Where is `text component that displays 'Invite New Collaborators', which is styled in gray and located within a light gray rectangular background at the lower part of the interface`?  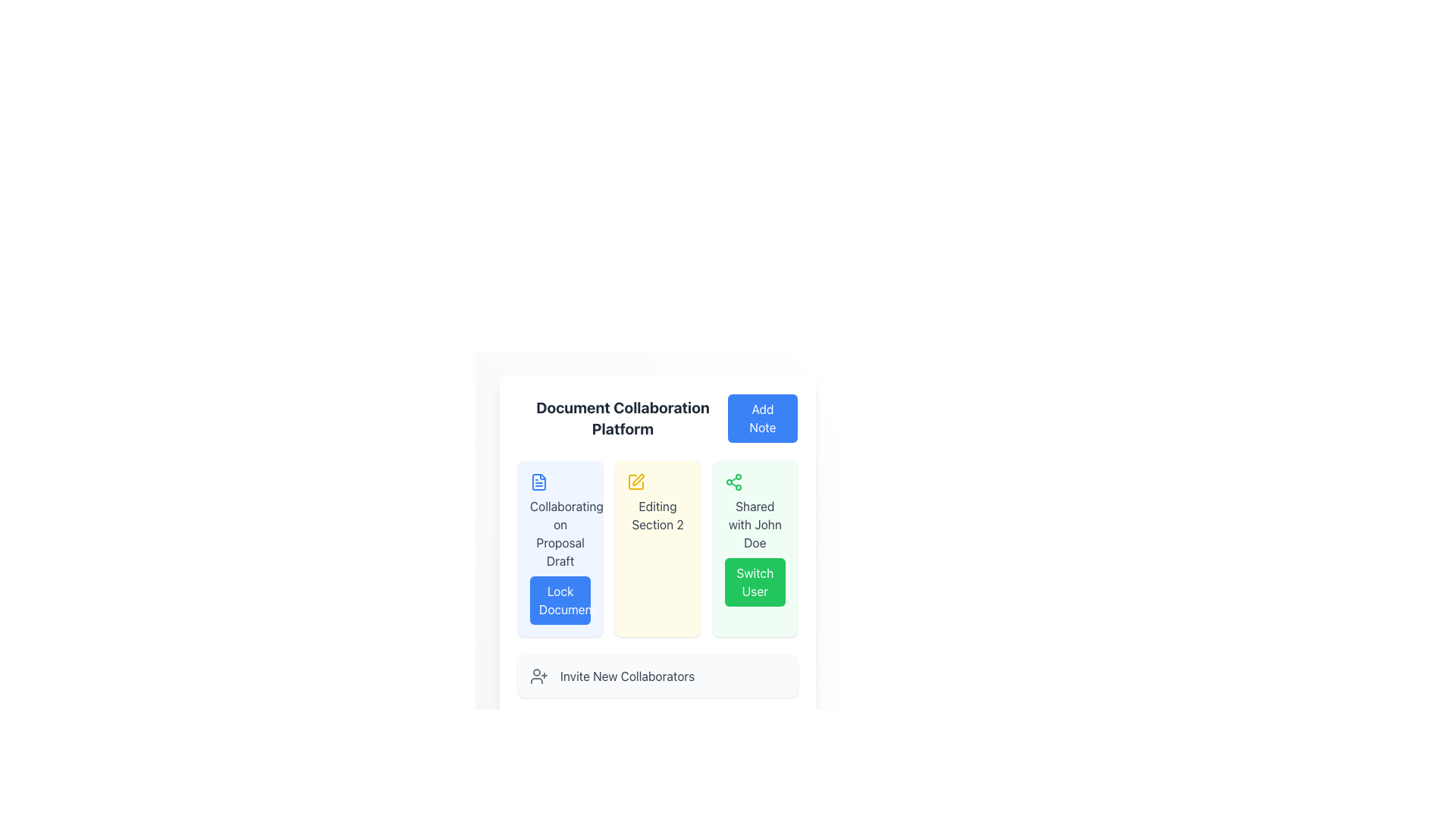 text component that displays 'Invite New Collaborators', which is styled in gray and located within a light gray rectangular background at the lower part of the interface is located at coordinates (627, 675).